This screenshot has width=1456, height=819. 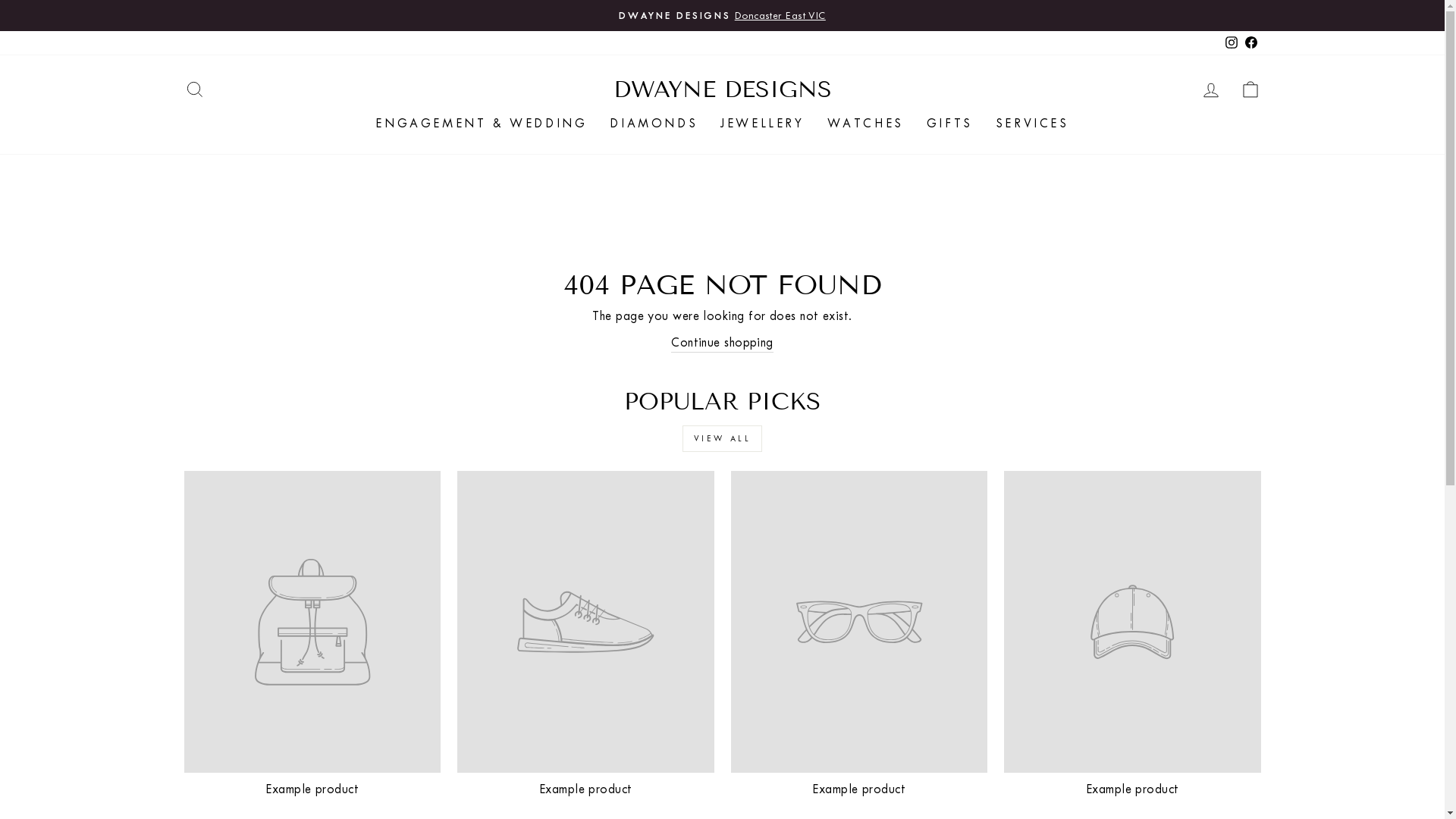 What do you see at coordinates (193, 89) in the screenshot?
I see `'SEARCH'` at bounding box center [193, 89].